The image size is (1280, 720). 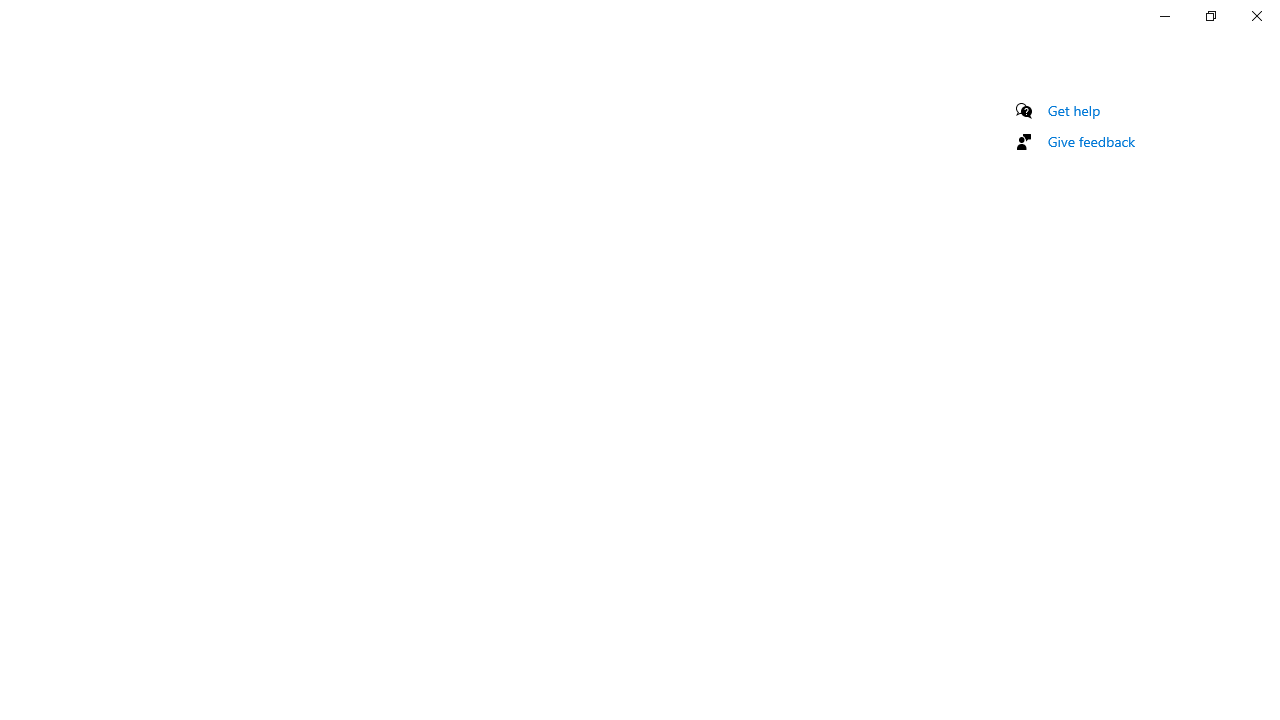 I want to click on 'Minimize Settings', so click(x=1164, y=15).